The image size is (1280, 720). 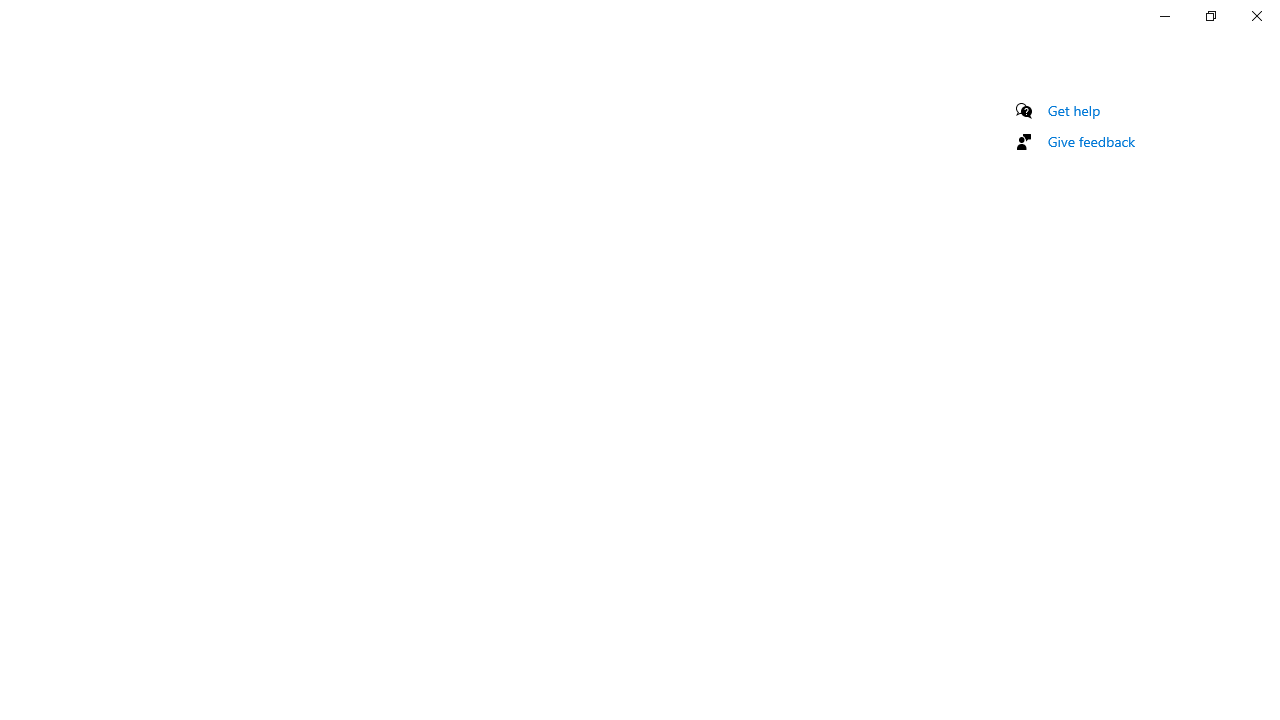 I want to click on 'Minimize Settings', so click(x=1164, y=15).